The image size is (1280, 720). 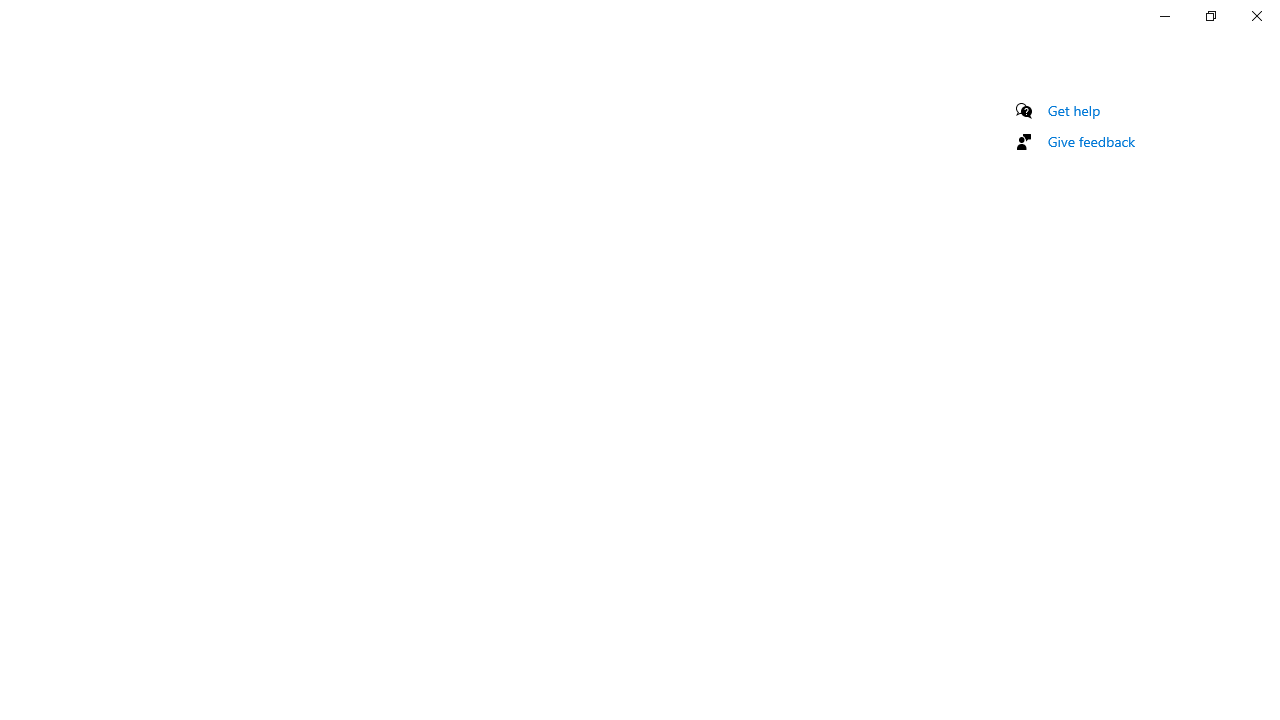 I want to click on 'Minimize Settings', so click(x=1164, y=15).